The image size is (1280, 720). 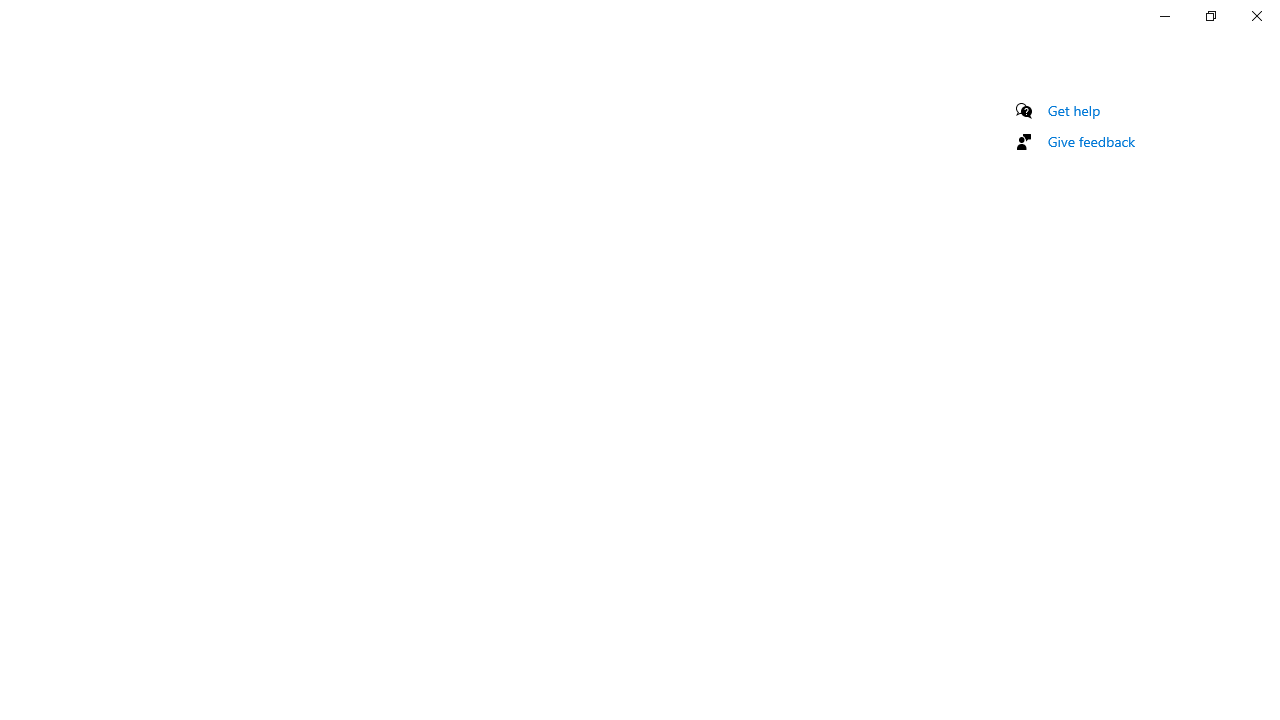 I want to click on 'Minimize Settings', so click(x=1164, y=15).